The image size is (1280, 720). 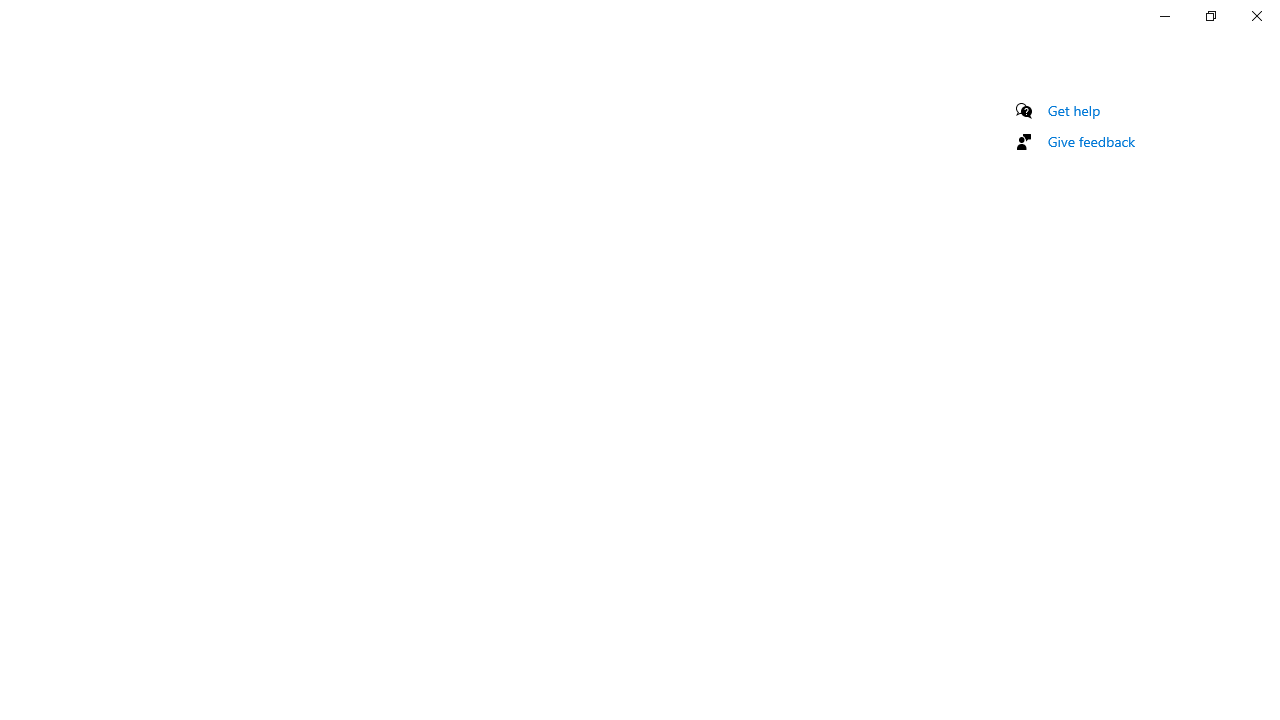 I want to click on 'Minimize Settings', so click(x=1164, y=15).